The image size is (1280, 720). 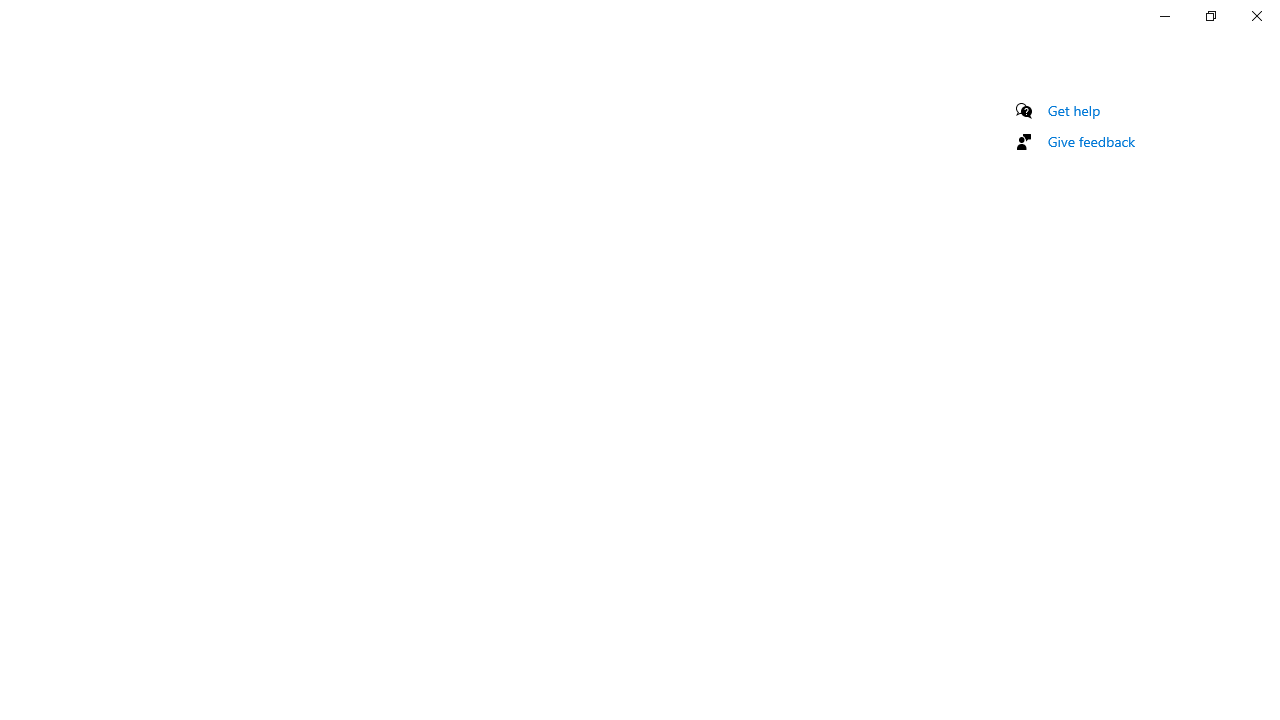 I want to click on 'Minimize Settings', so click(x=1164, y=15).